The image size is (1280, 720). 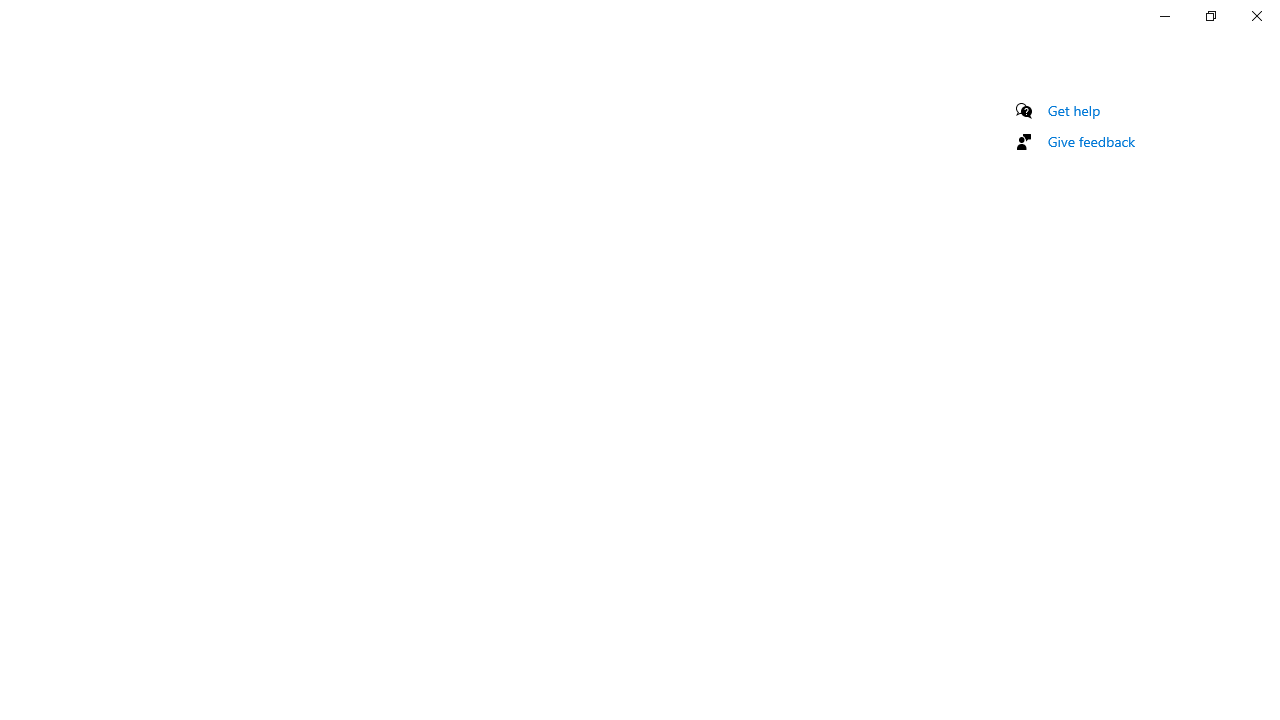 I want to click on 'Minimize Settings', so click(x=1164, y=15).